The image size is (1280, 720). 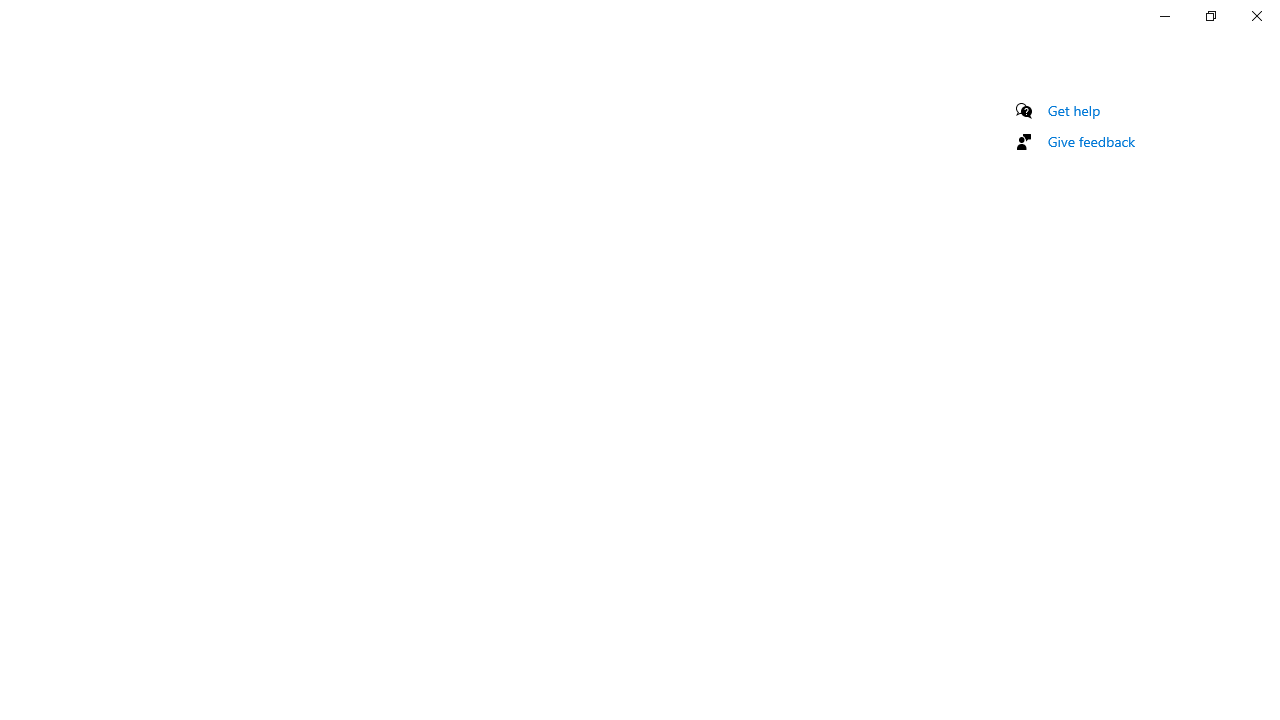 I want to click on 'Minimize Settings', so click(x=1164, y=15).